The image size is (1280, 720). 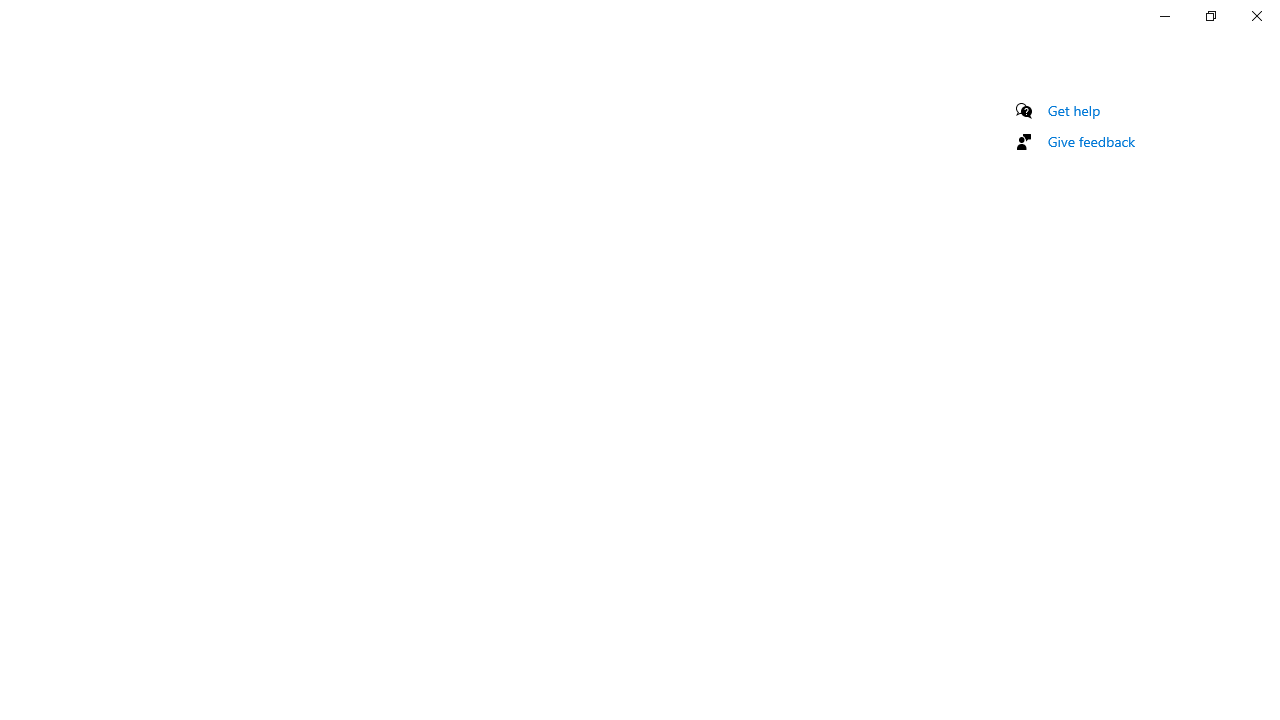 I want to click on 'Minimize Settings', so click(x=1164, y=15).